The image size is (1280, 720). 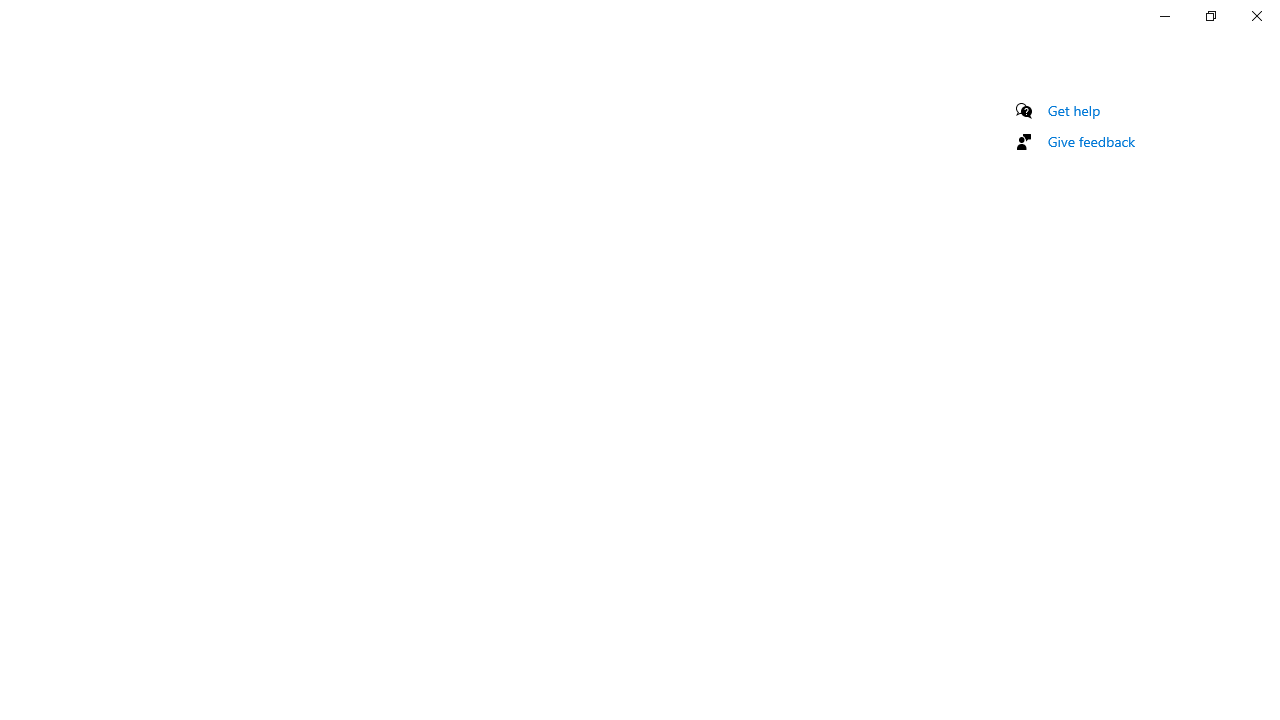 I want to click on 'Minimize Settings', so click(x=1164, y=15).